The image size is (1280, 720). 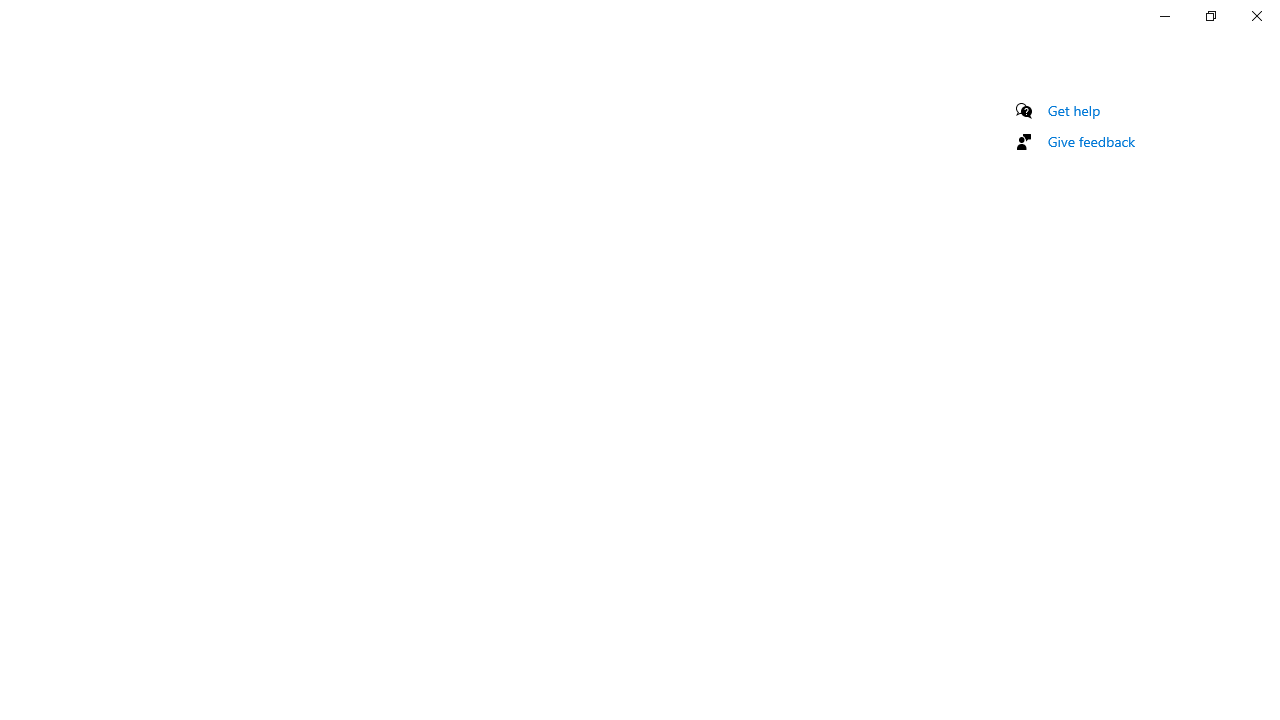 I want to click on 'Minimize Settings', so click(x=1164, y=15).